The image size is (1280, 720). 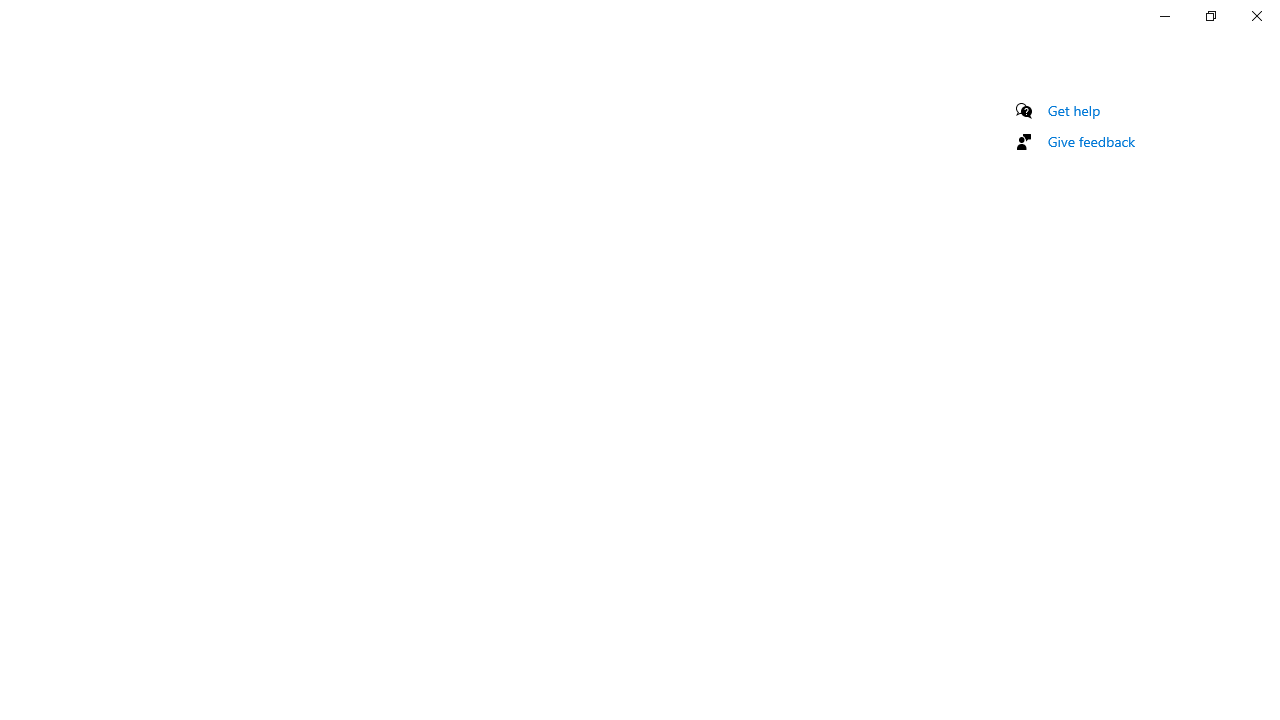 I want to click on 'Minimize Settings', so click(x=1164, y=15).